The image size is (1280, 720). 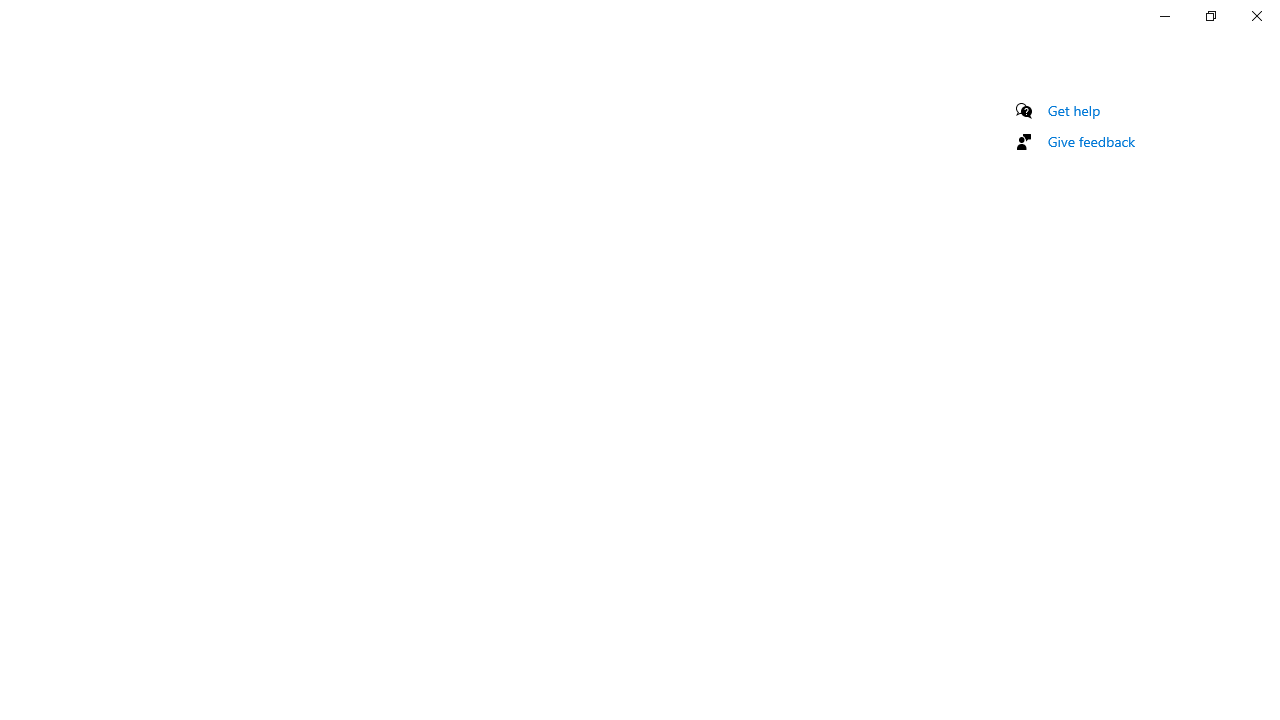 I want to click on 'Minimize Settings', so click(x=1164, y=15).